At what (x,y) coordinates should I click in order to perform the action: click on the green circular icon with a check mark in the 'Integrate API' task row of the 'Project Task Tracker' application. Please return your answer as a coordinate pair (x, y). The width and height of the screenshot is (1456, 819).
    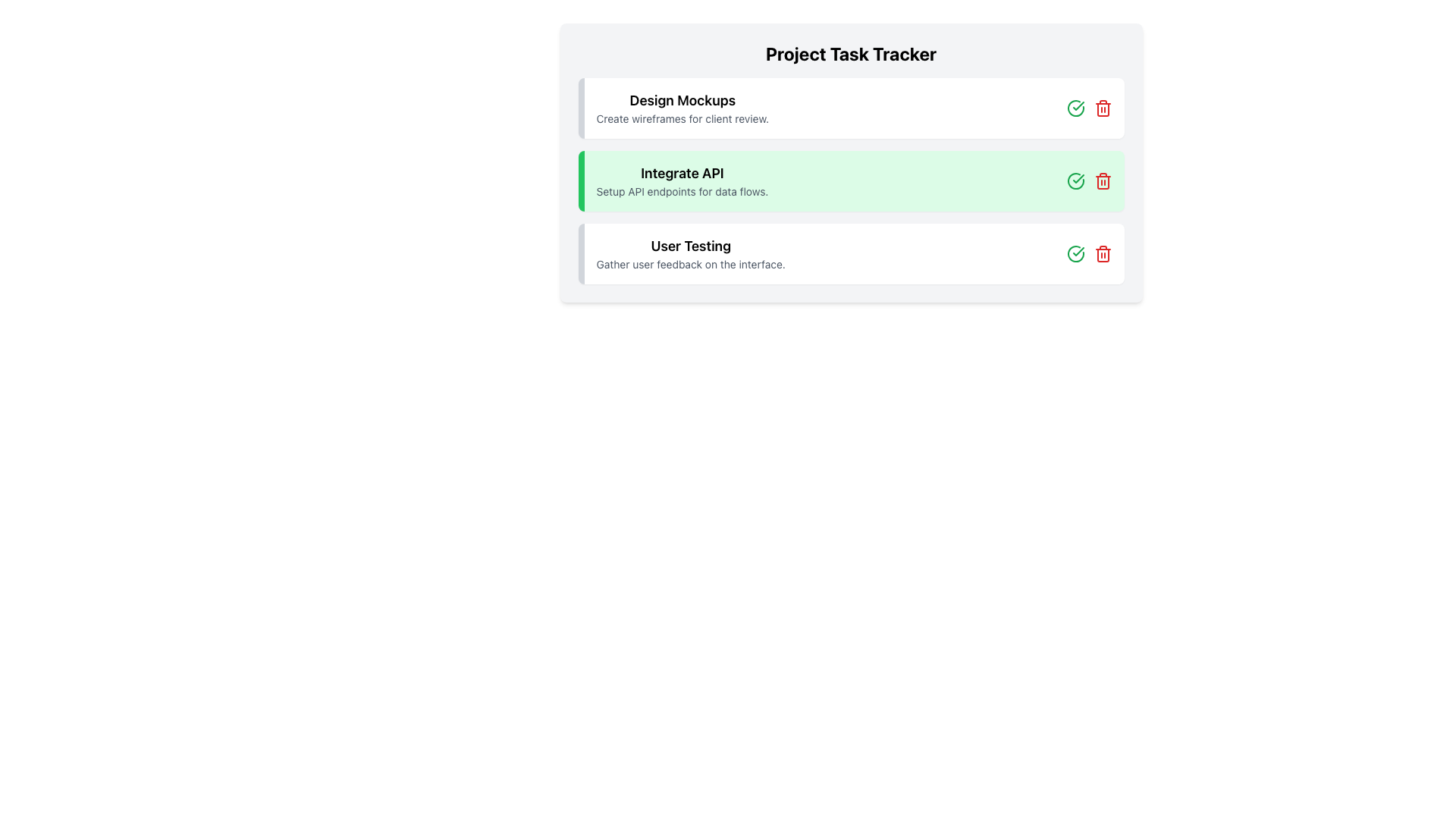
    Looking at the image, I should click on (1075, 180).